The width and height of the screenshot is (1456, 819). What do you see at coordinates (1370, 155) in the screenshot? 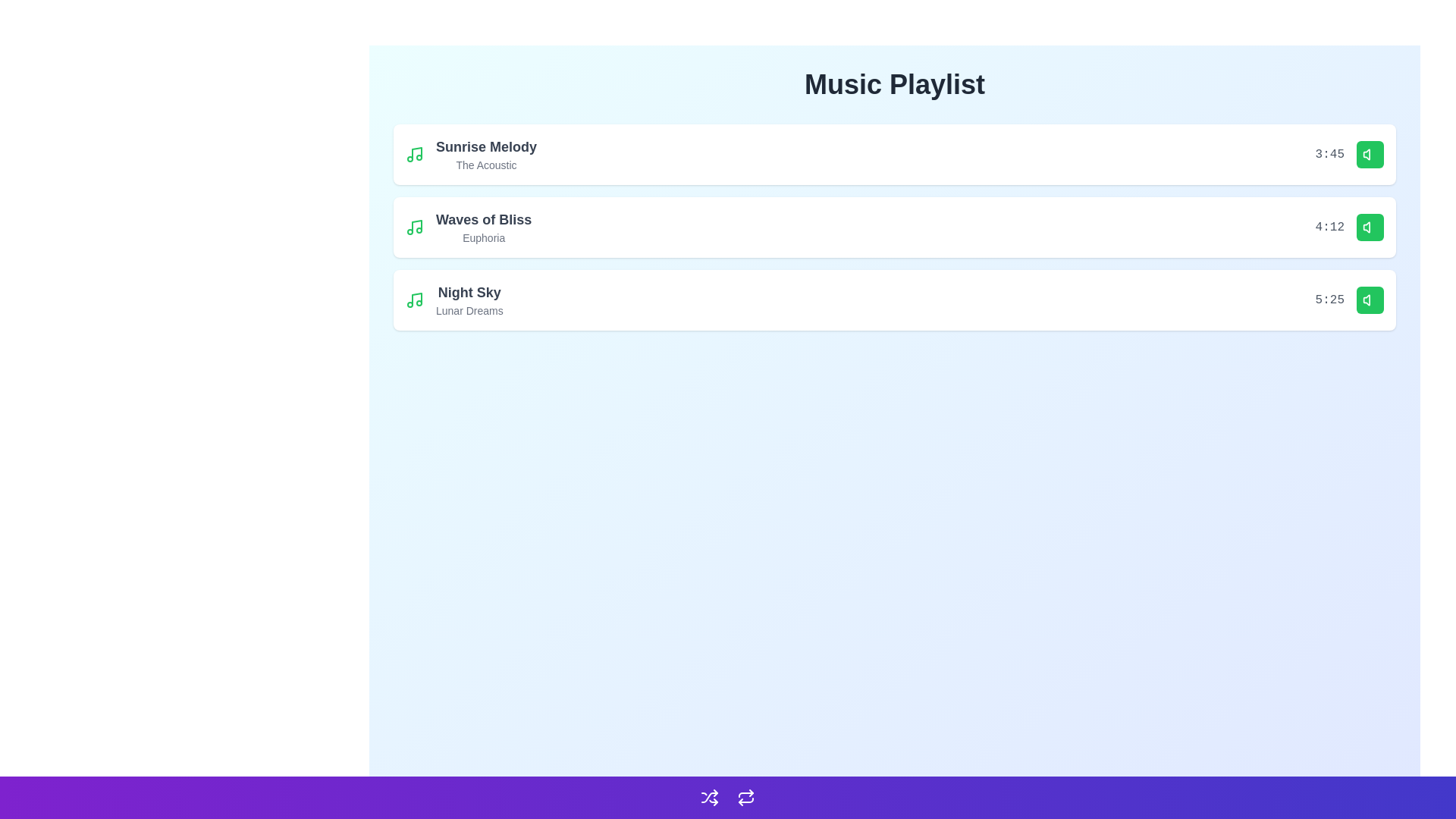
I see `the volume control button located to the right of the time text '3:45' in the first row of playlist entries` at bounding box center [1370, 155].